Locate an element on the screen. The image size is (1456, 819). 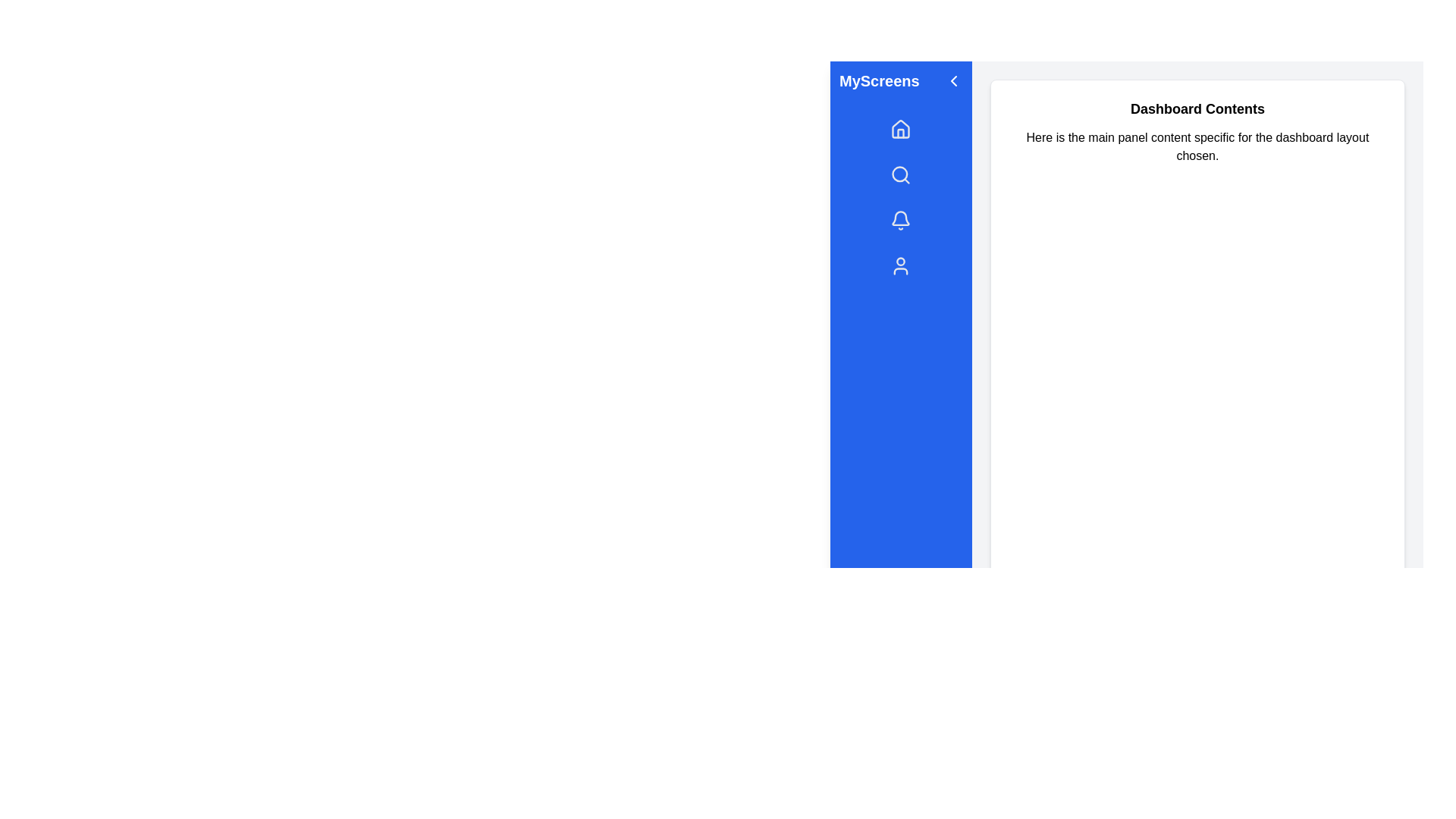
the chevron icon to toggle the sidebar state is located at coordinates (952, 81).